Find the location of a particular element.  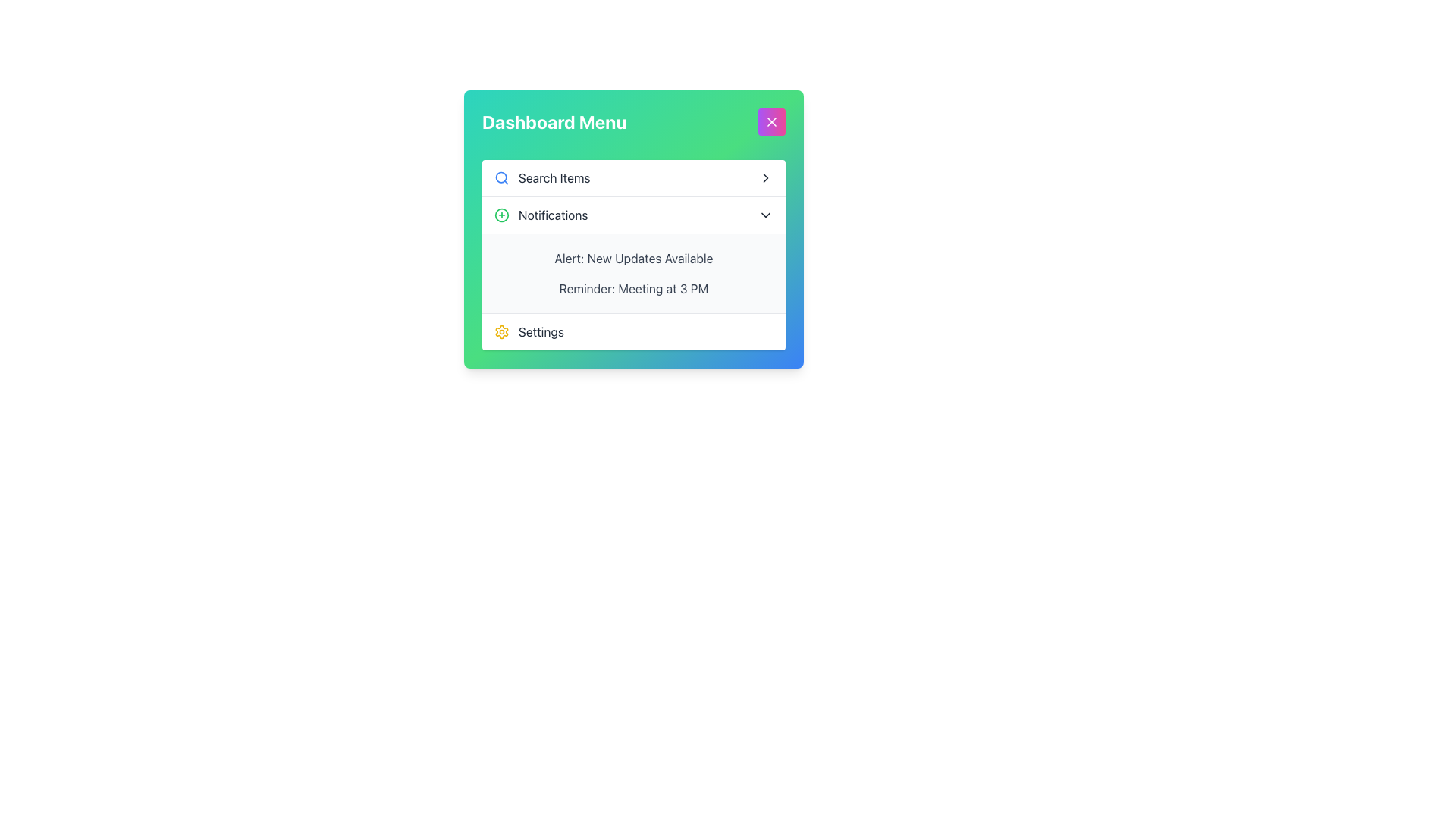

the 'Dashboard Menu' text label displayed in bold 2XL font size located at the top left corner of the rectangular UI card with a green-to-blue gradient background is located at coordinates (554, 121).